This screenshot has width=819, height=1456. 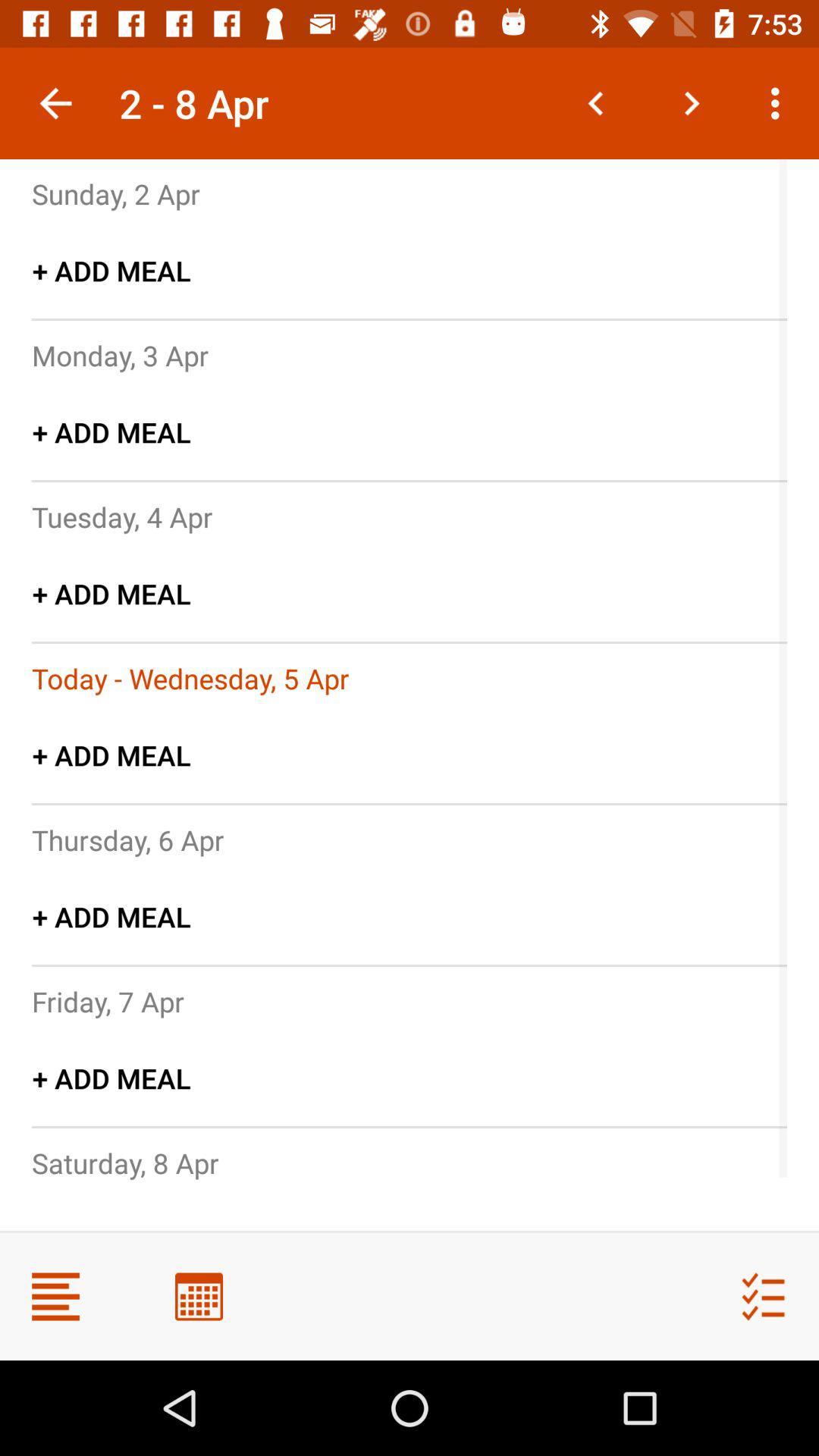 What do you see at coordinates (121, 516) in the screenshot?
I see `tuesday, 4 apr icon` at bounding box center [121, 516].